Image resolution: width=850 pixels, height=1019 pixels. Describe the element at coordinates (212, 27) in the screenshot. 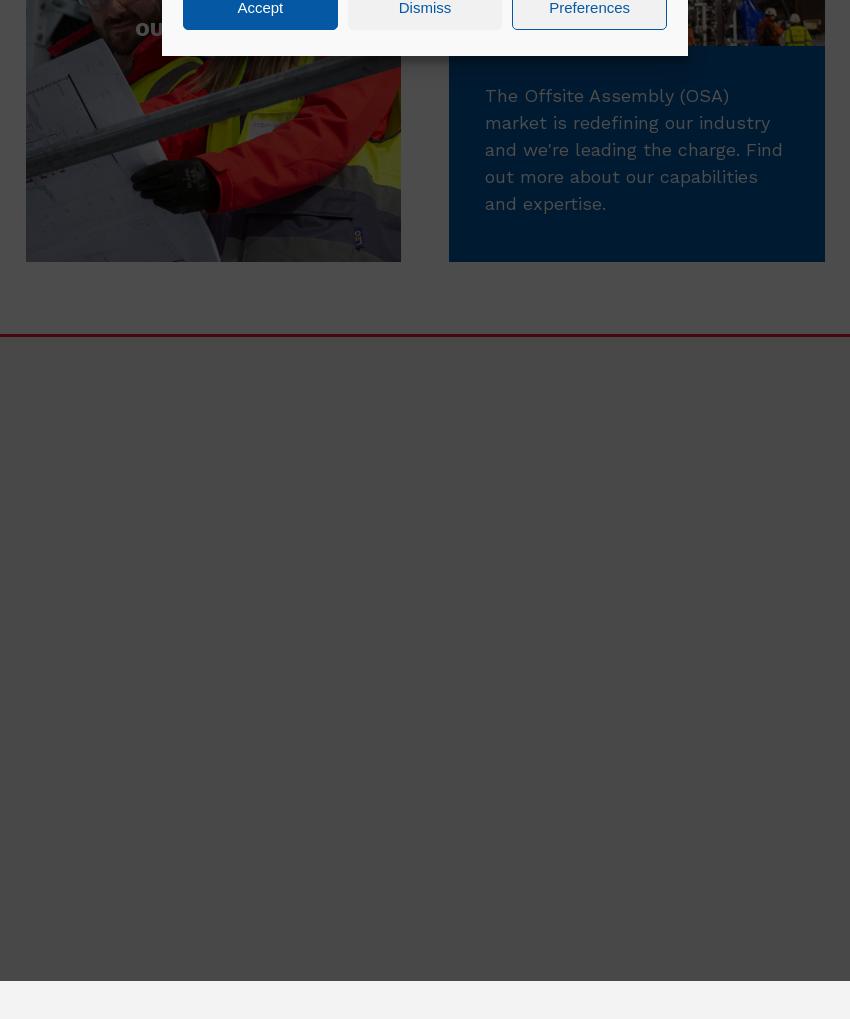

I see `'Our Strategy'` at that location.